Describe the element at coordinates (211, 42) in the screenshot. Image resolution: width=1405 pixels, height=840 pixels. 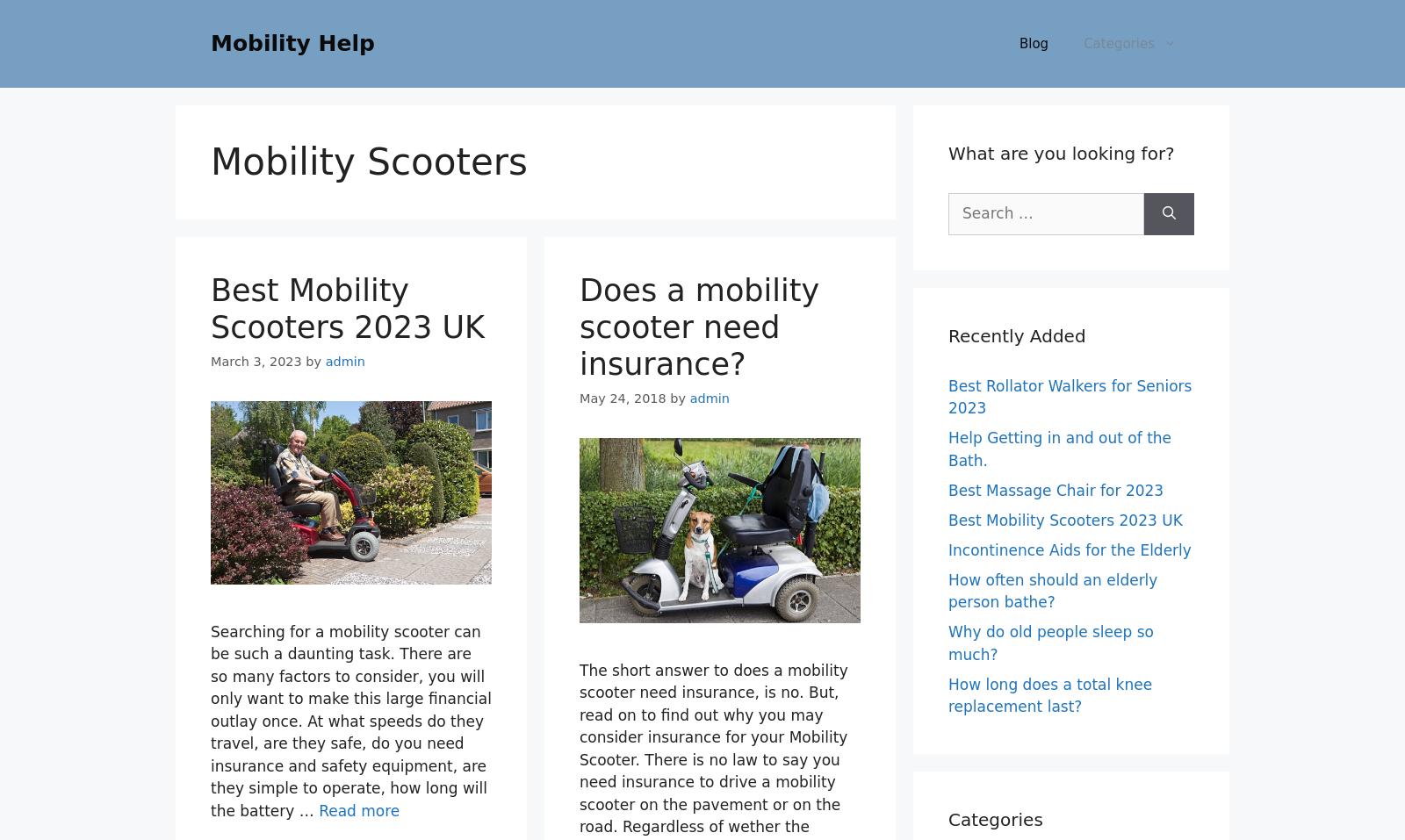
I see `'Mobility Help'` at that location.